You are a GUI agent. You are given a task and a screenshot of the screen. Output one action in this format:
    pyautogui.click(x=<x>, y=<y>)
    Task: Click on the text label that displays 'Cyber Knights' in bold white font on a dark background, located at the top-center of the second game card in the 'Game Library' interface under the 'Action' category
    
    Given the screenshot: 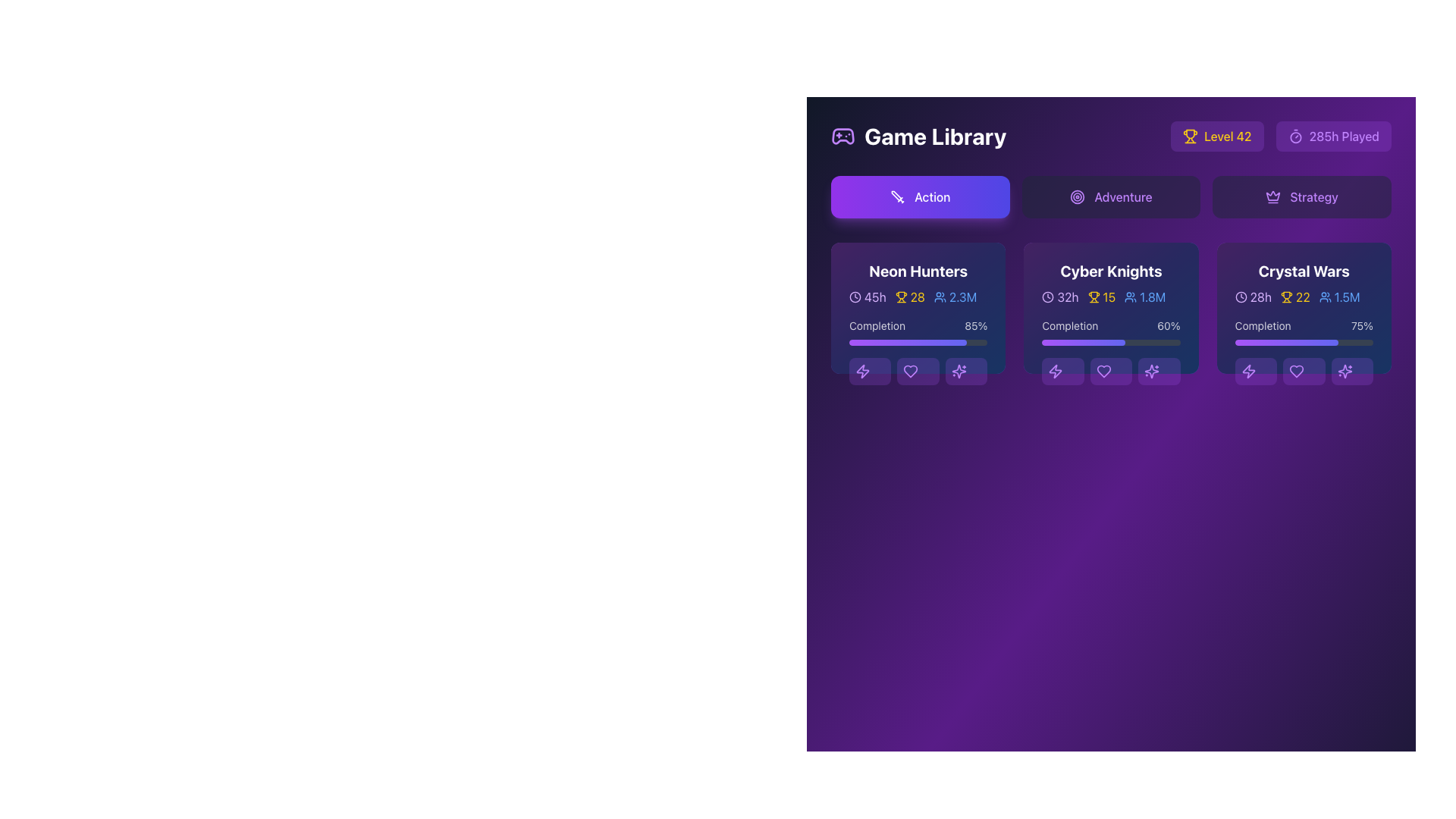 What is the action you would take?
    pyautogui.click(x=1111, y=271)
    